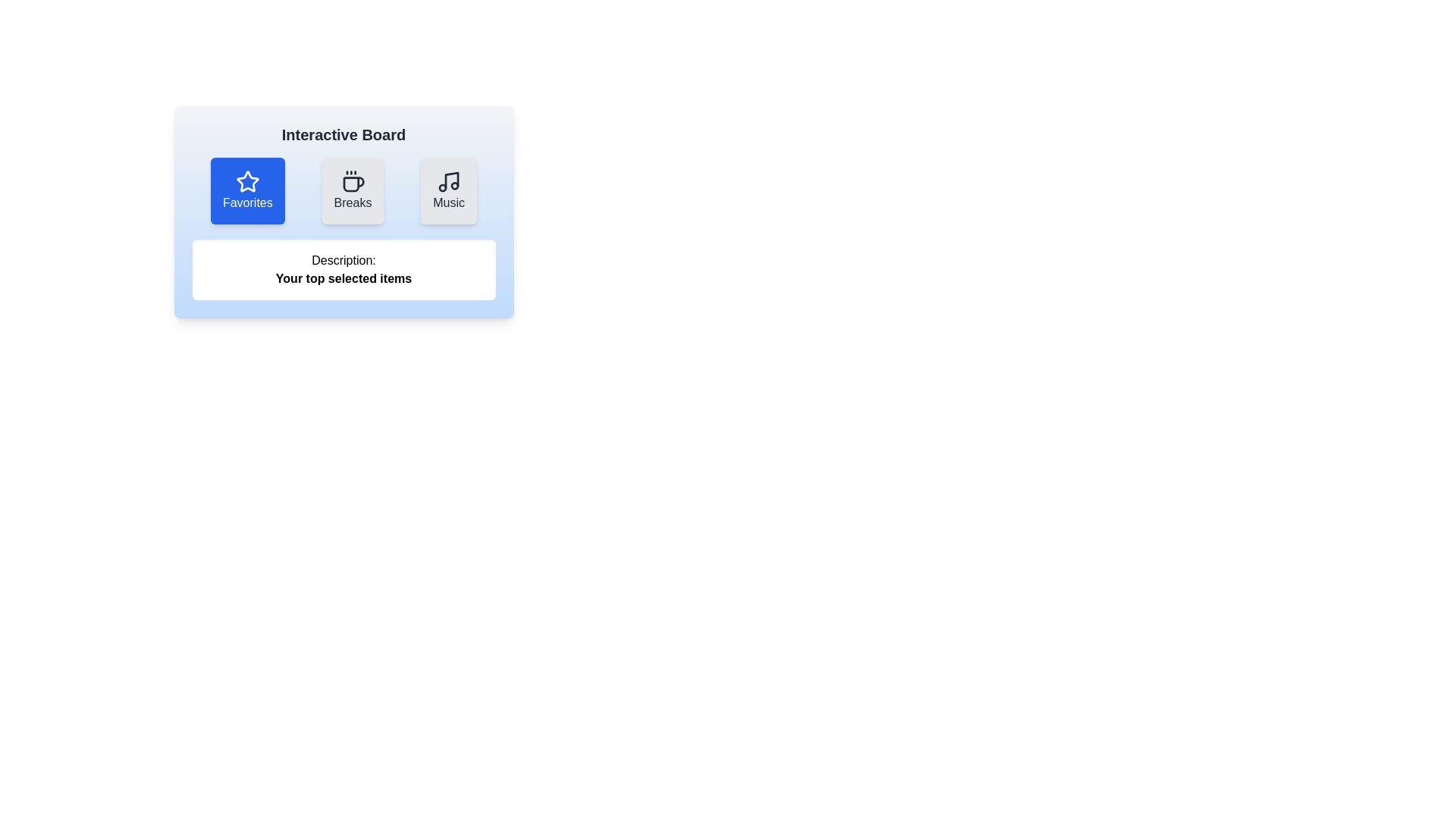 This screenshot has height=819, width=1456. Describe the element at coordinates (352, 190) in the screenshot. I see `the Breaks button to select it` at that location.